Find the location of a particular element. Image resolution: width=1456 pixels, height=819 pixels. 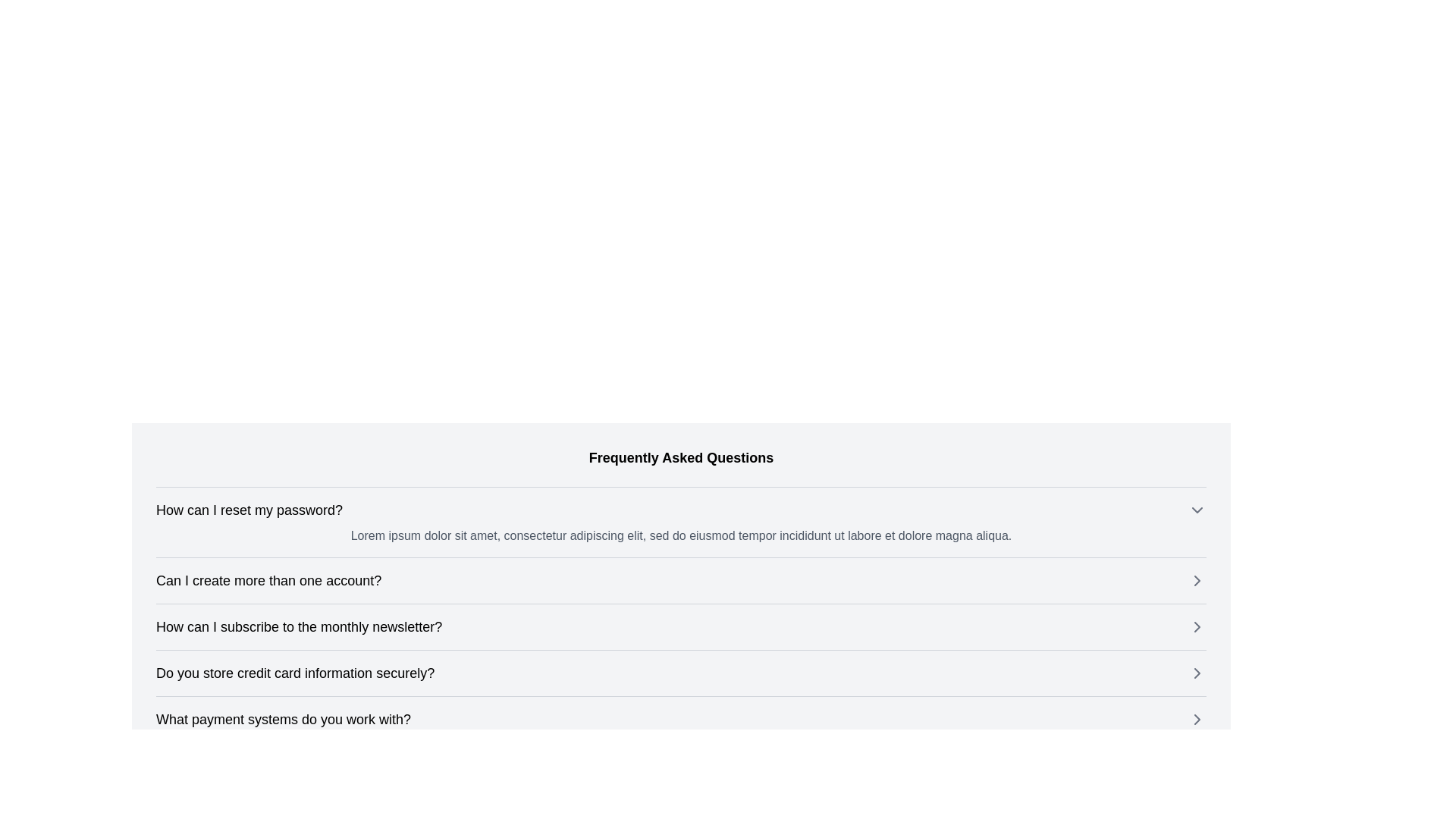

the chevron icon located at the far right of the last row in the list of frequently asked questions, which indicates navigation or expandable content related to the question 'What payment systems do you work with?' is located at coordinates (1197, 718).